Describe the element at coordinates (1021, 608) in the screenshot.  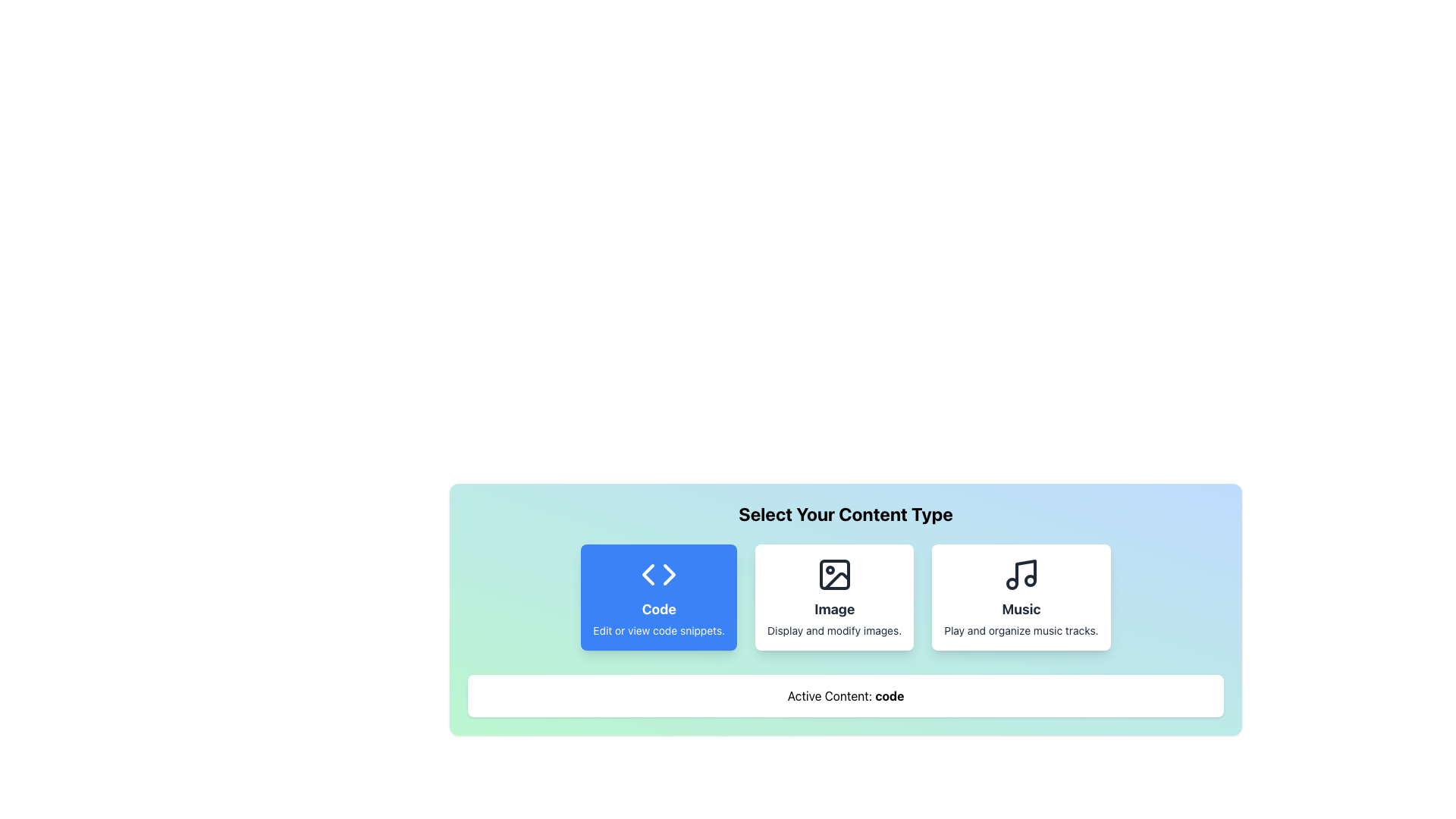
I see `the static text label that serves as the title for the music card, located at the center of the interface, positioned above a smaller text and below a music icon` at that location.